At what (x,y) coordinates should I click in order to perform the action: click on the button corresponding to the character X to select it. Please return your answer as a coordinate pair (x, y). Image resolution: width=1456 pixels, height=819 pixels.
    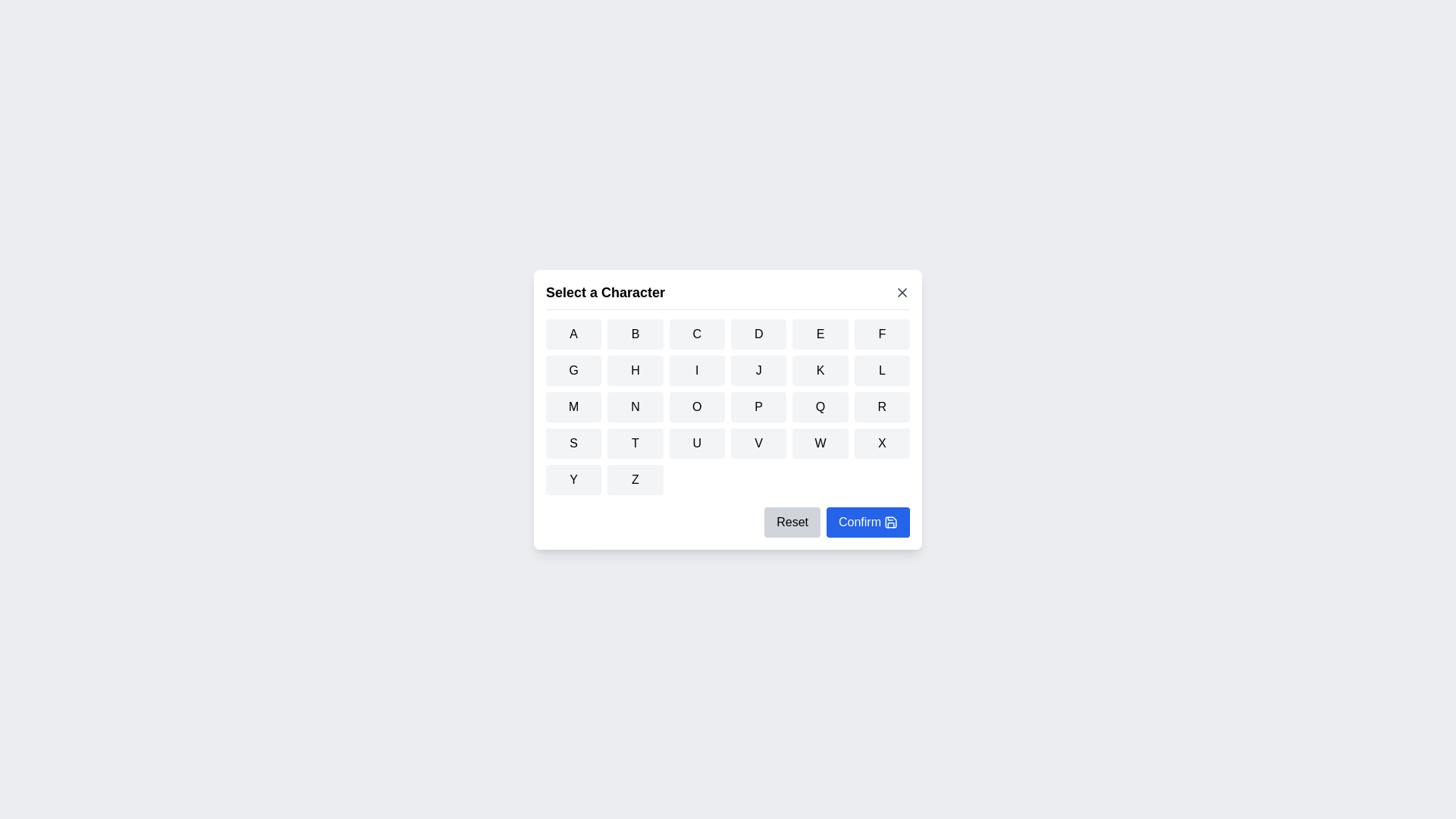
    Looking at the image, I should click on (881, 442).